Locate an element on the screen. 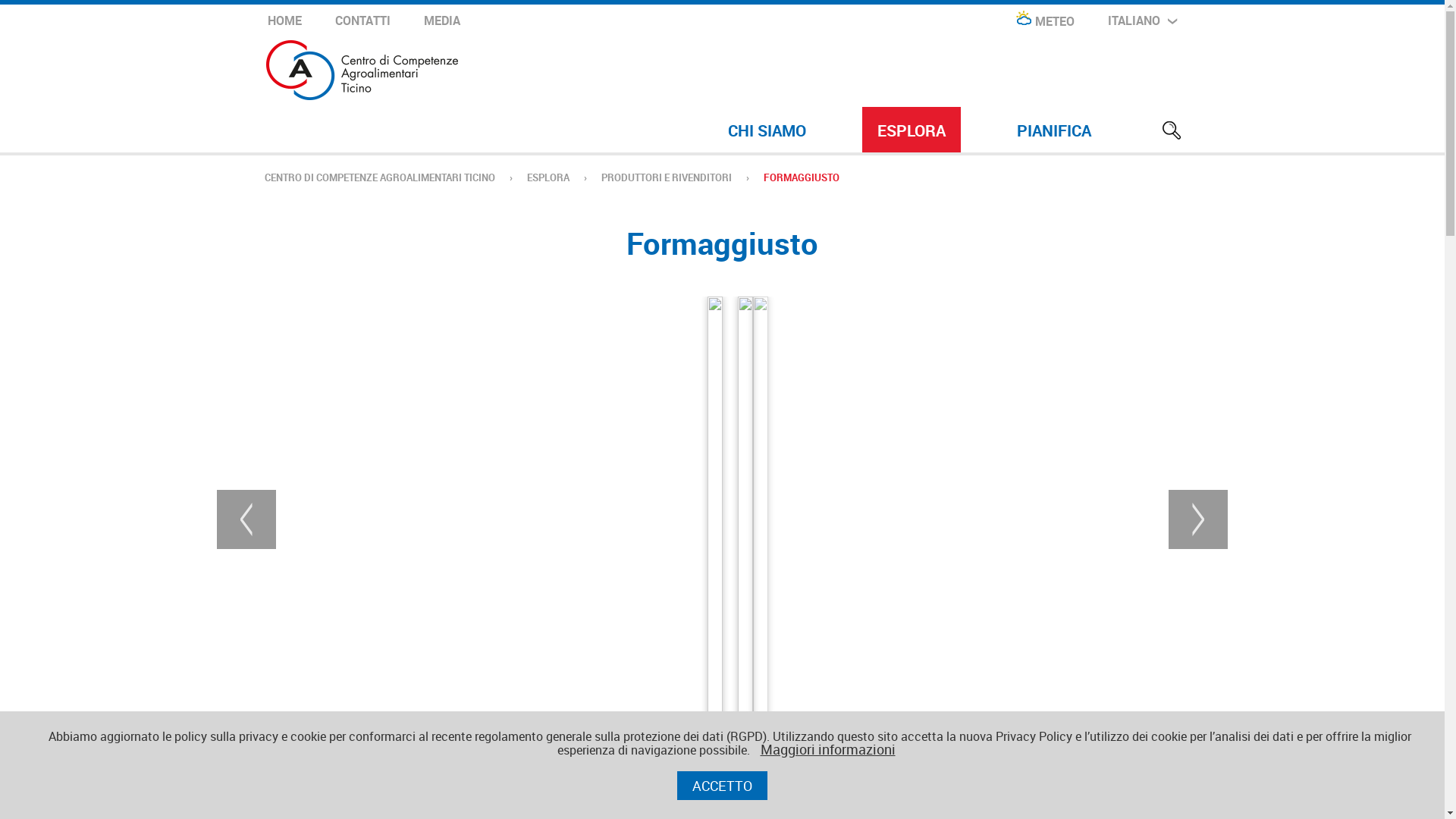 Image resolution: width=1456 pixels, height=819 pixels. 'CHI SIAMO' is located at coordinates (728, 130).